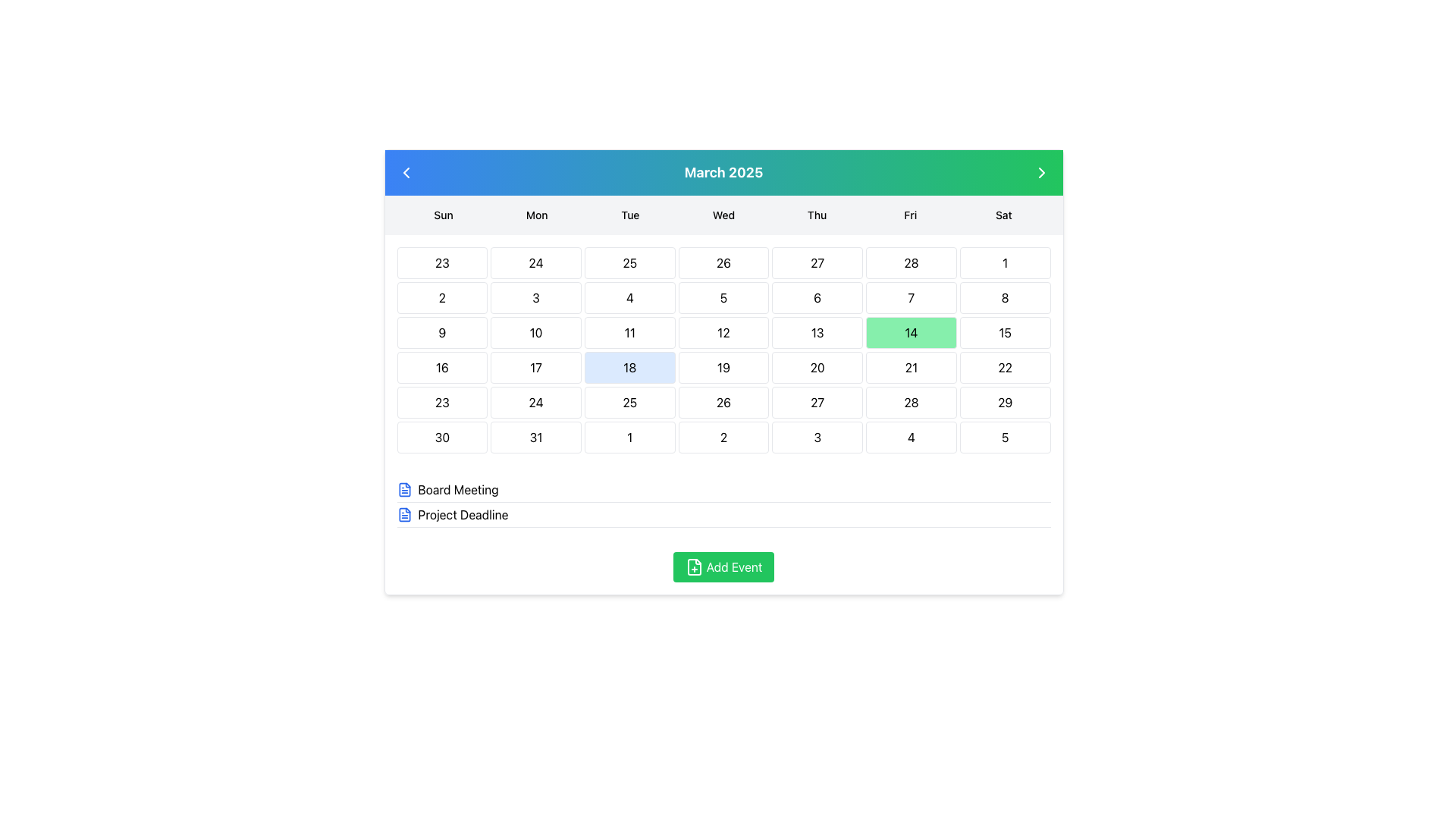 This screenshot has height=819, width=1456. Describe the element at coordinates (817, 368) in the screenshot. I see `to select the date in the Calendar date cell displaying the number '20', located in the fifth row and fourth column under the Thursday column` at that location.